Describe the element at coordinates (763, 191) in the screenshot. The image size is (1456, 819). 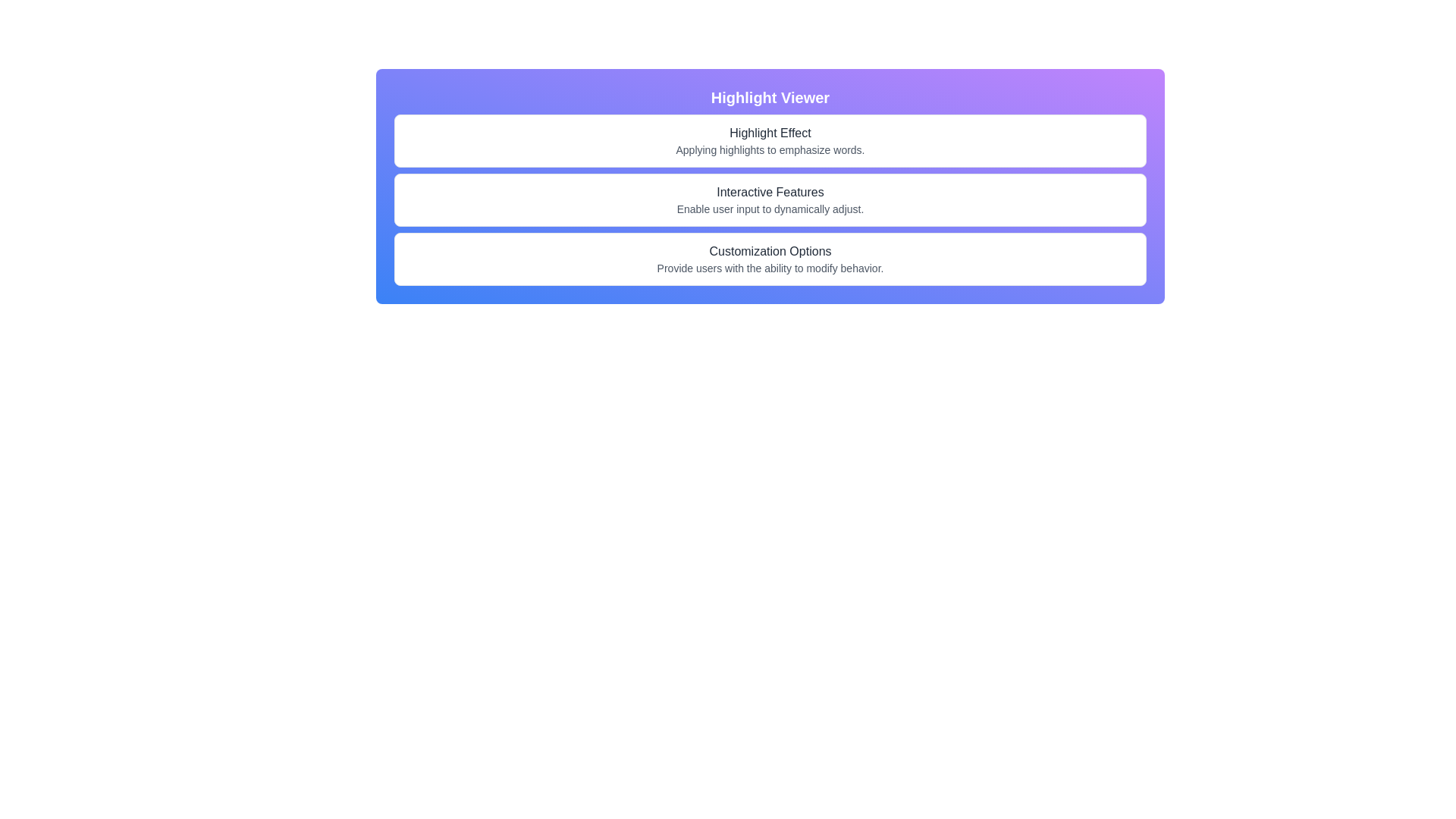
I see `the text character 'v' which is underlined and part of the section header 'Interactive Features', specifically the tenth character in the sequence` at that location.